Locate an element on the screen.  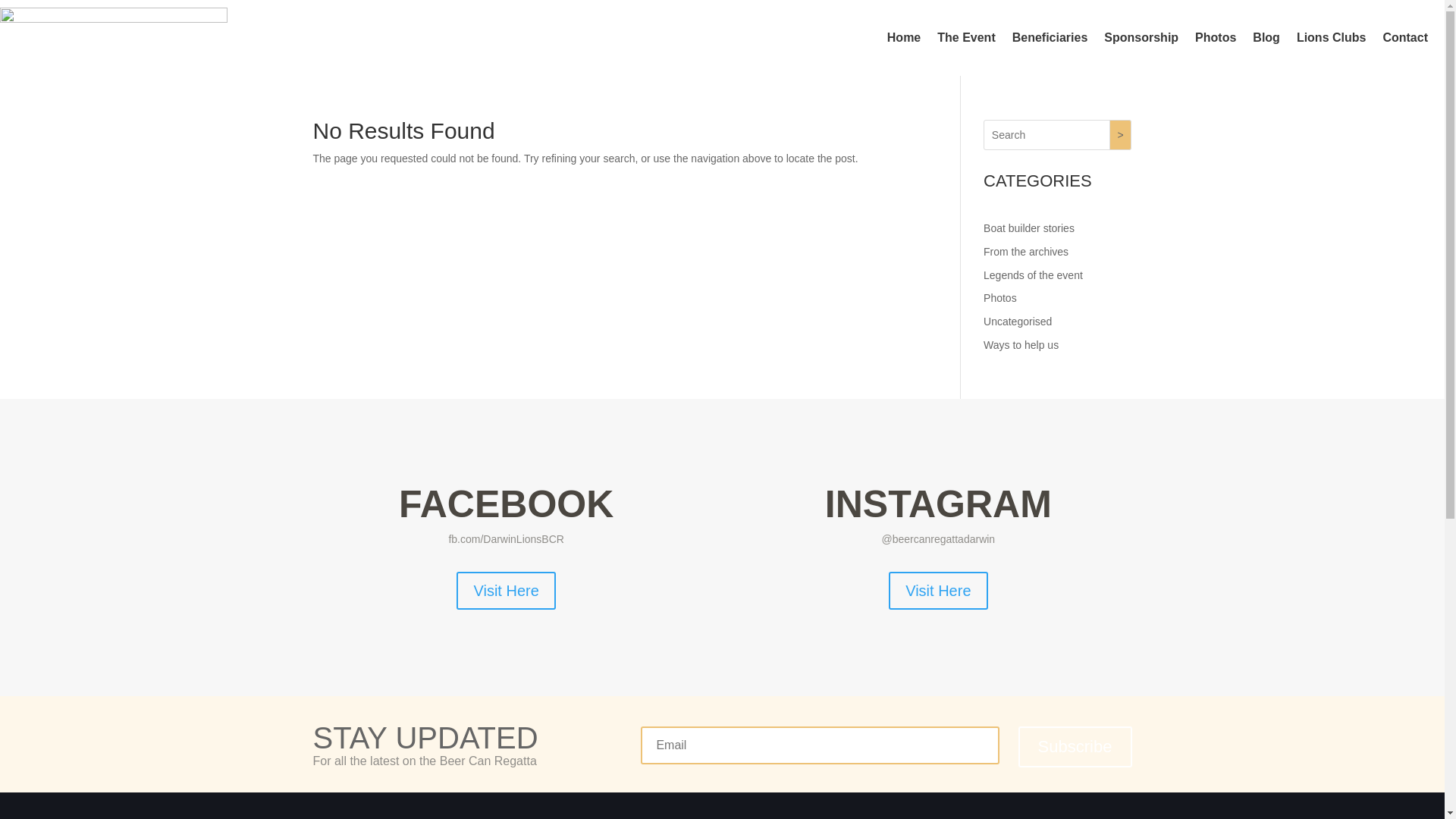
'Uncategorised' is located at coordinates (1018, 321).